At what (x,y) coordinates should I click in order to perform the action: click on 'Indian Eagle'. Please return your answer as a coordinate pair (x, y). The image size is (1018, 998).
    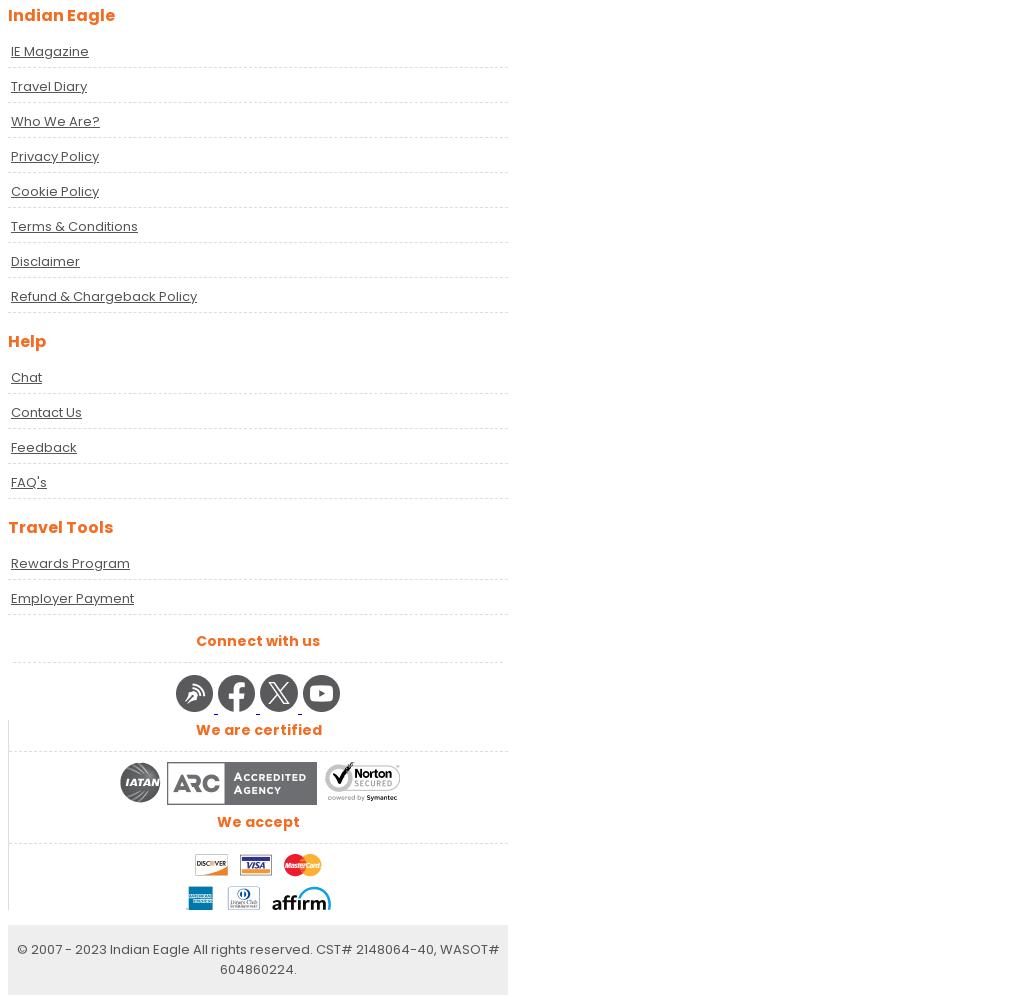
    Looking at the image, I should click on (7, 14).